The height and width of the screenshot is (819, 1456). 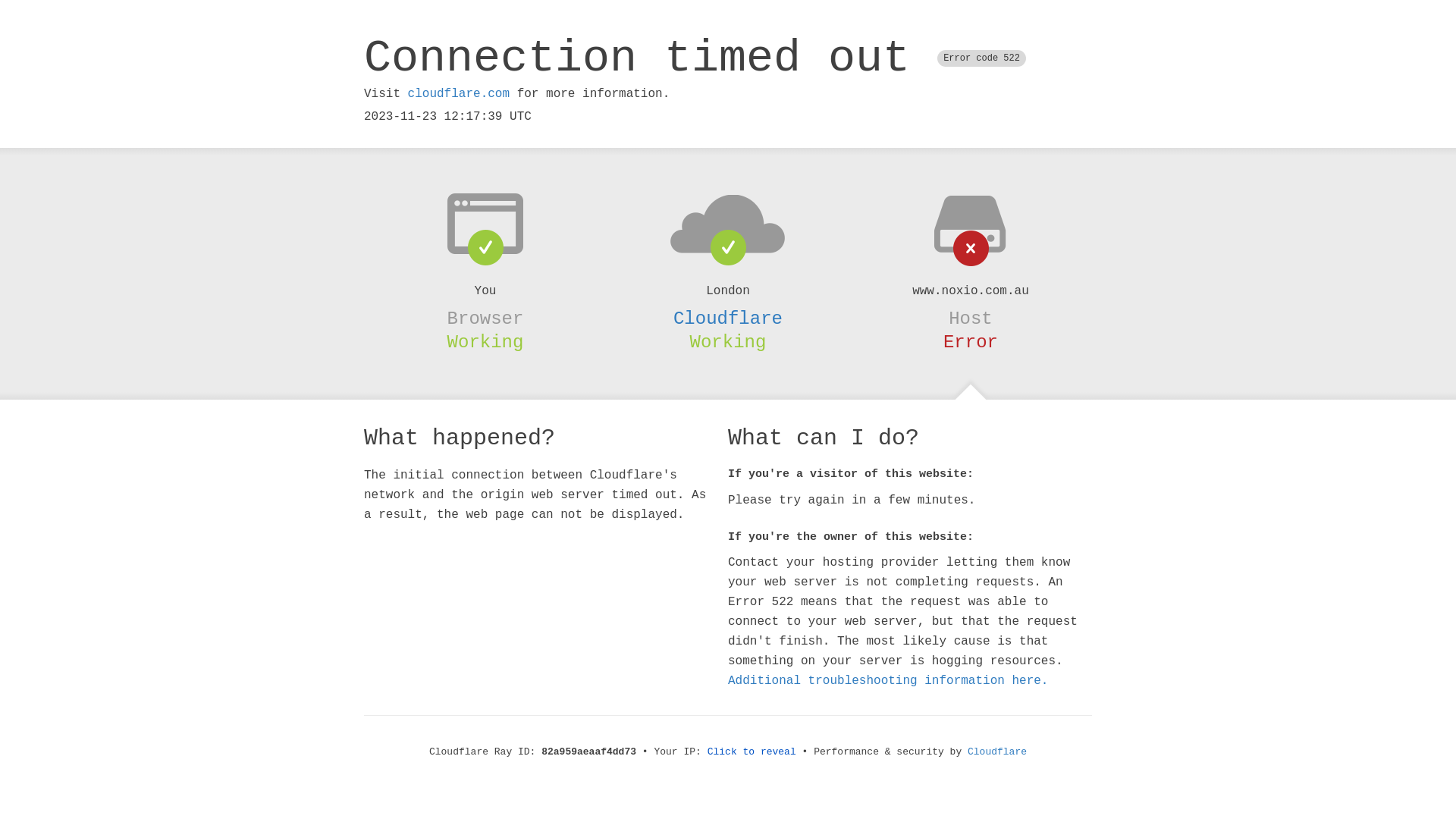 What do you see at coordinates (728, 318) in the screenshot?
I see `'Cloudflare'` at bounding box center [728, 318].